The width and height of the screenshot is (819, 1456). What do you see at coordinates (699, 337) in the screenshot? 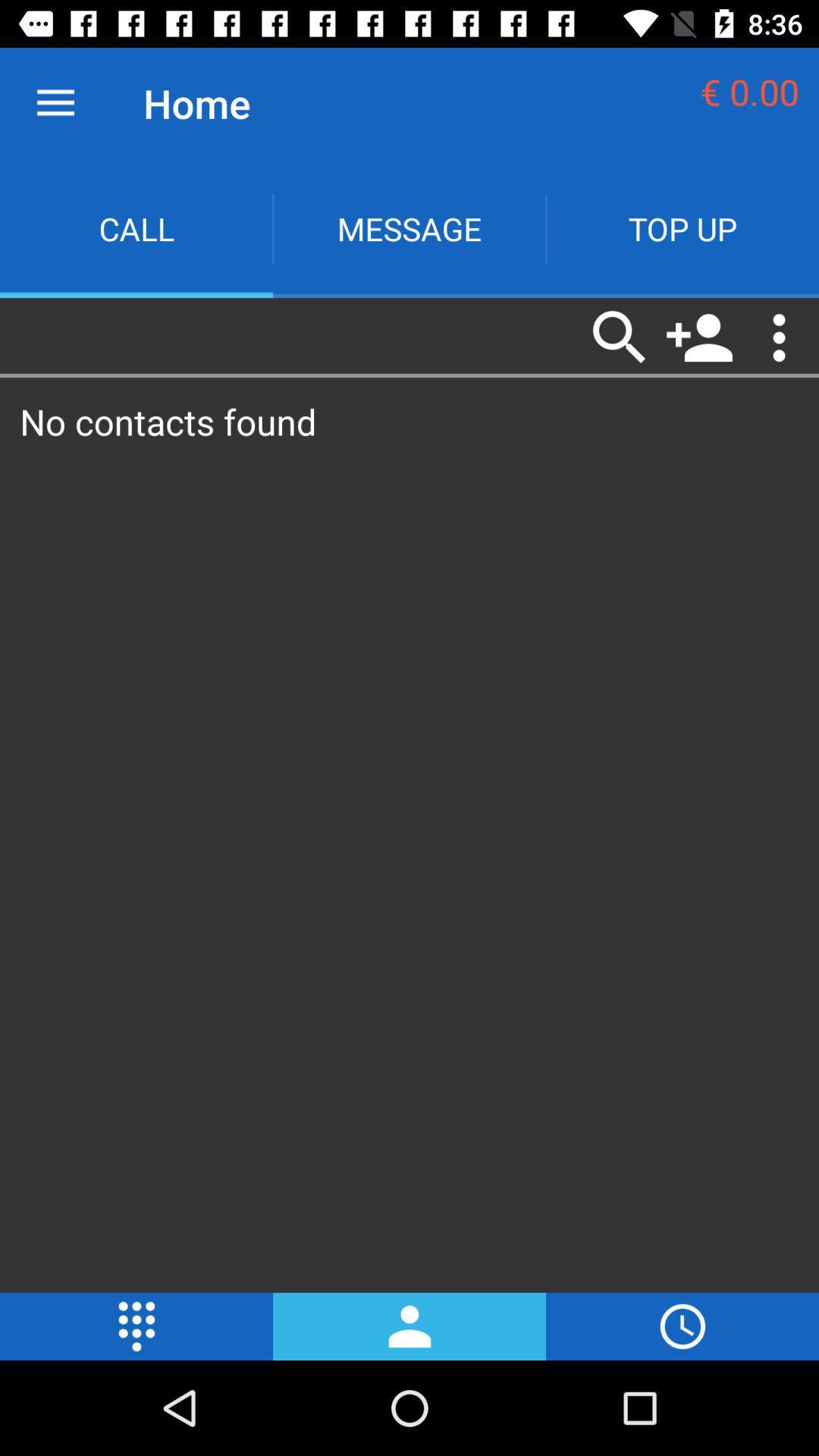
I see `the follow icon` at bounding box center [699, 337].